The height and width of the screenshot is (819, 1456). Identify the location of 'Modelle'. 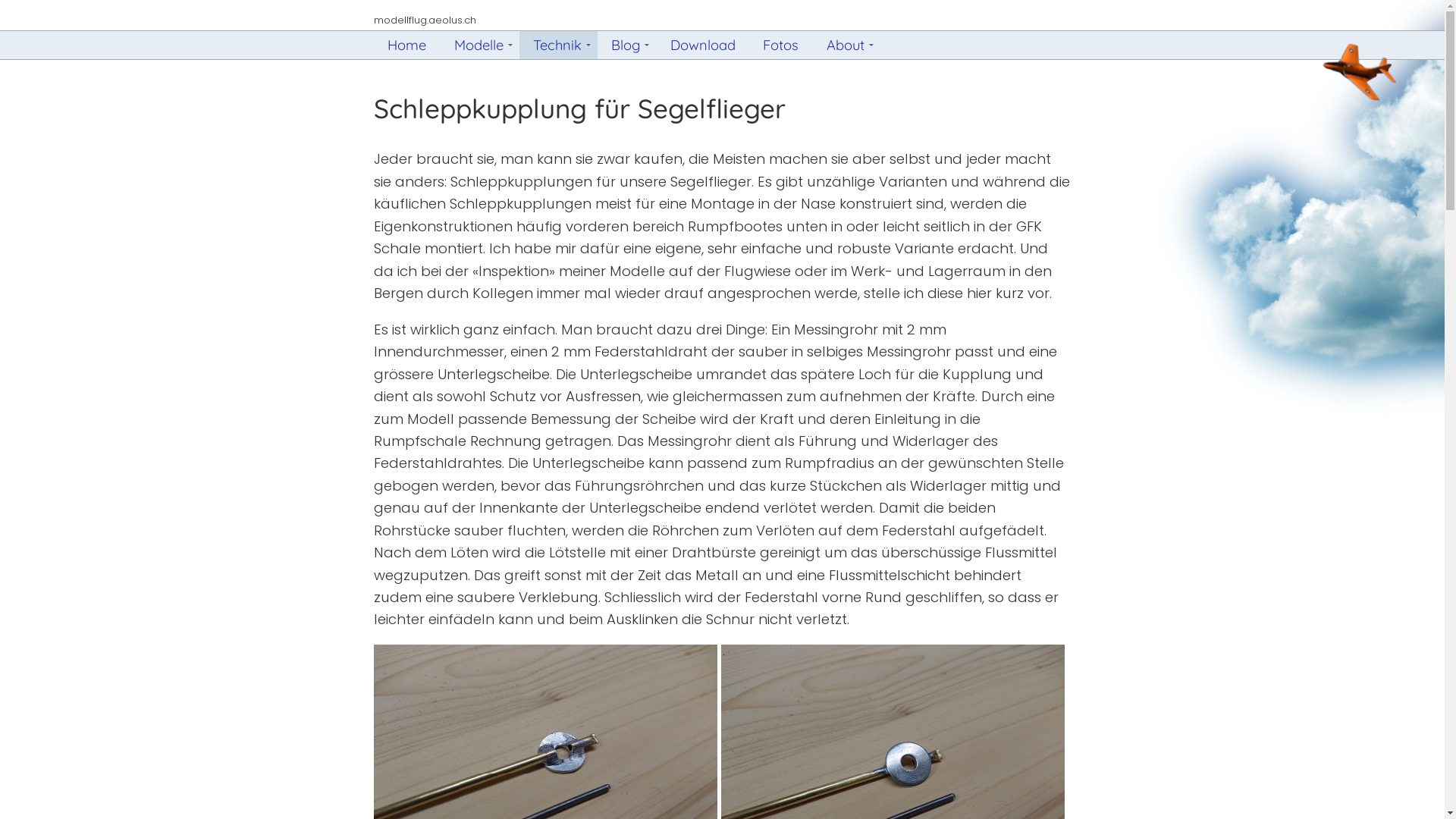
(479, 44).